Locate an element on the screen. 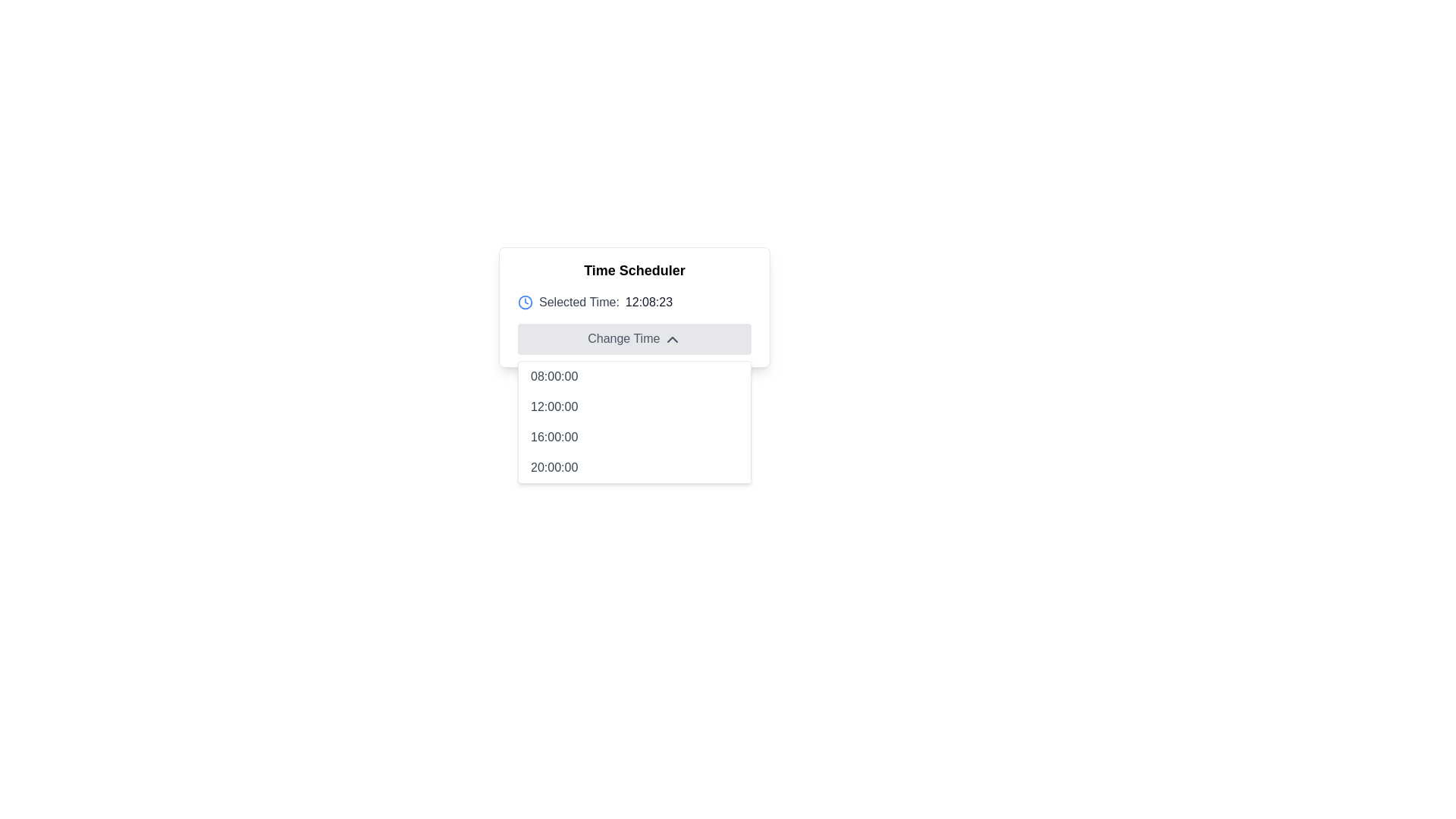 This screenshot has width=1456, height=819. the Text Display showing the time '12:08:23' in bold, dark gray font, which is located next to 'Selected Time:' in the time selection interface is located at coordinates (648, 302).